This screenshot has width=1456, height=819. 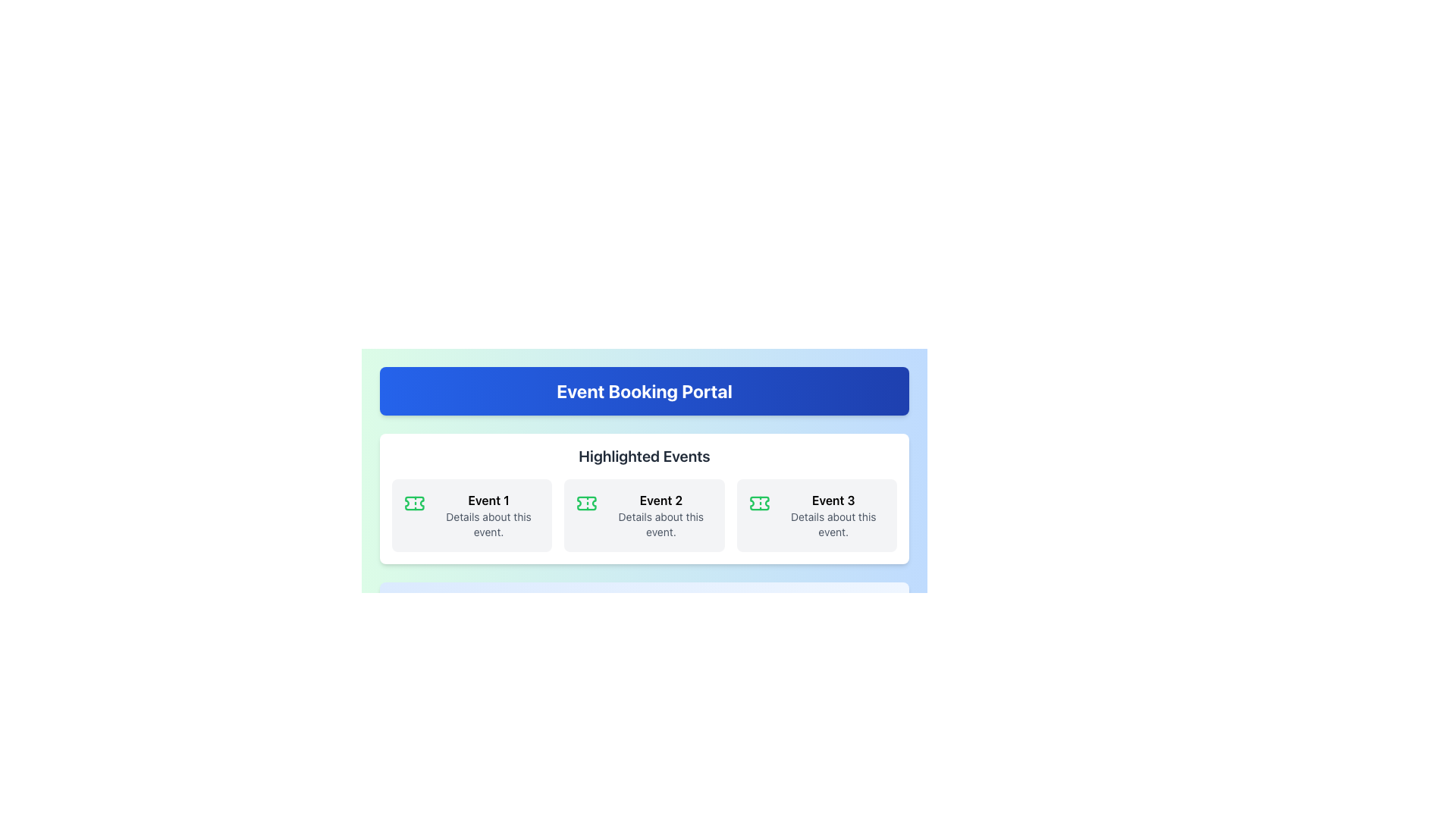 What do you see at coordinates (644, 391) in the screenshot?
I see `the text label 'Event Booking Portal' which is a bold, large white text on a gradient background located at the upper section of the interface` at bounding box center [644, 391].